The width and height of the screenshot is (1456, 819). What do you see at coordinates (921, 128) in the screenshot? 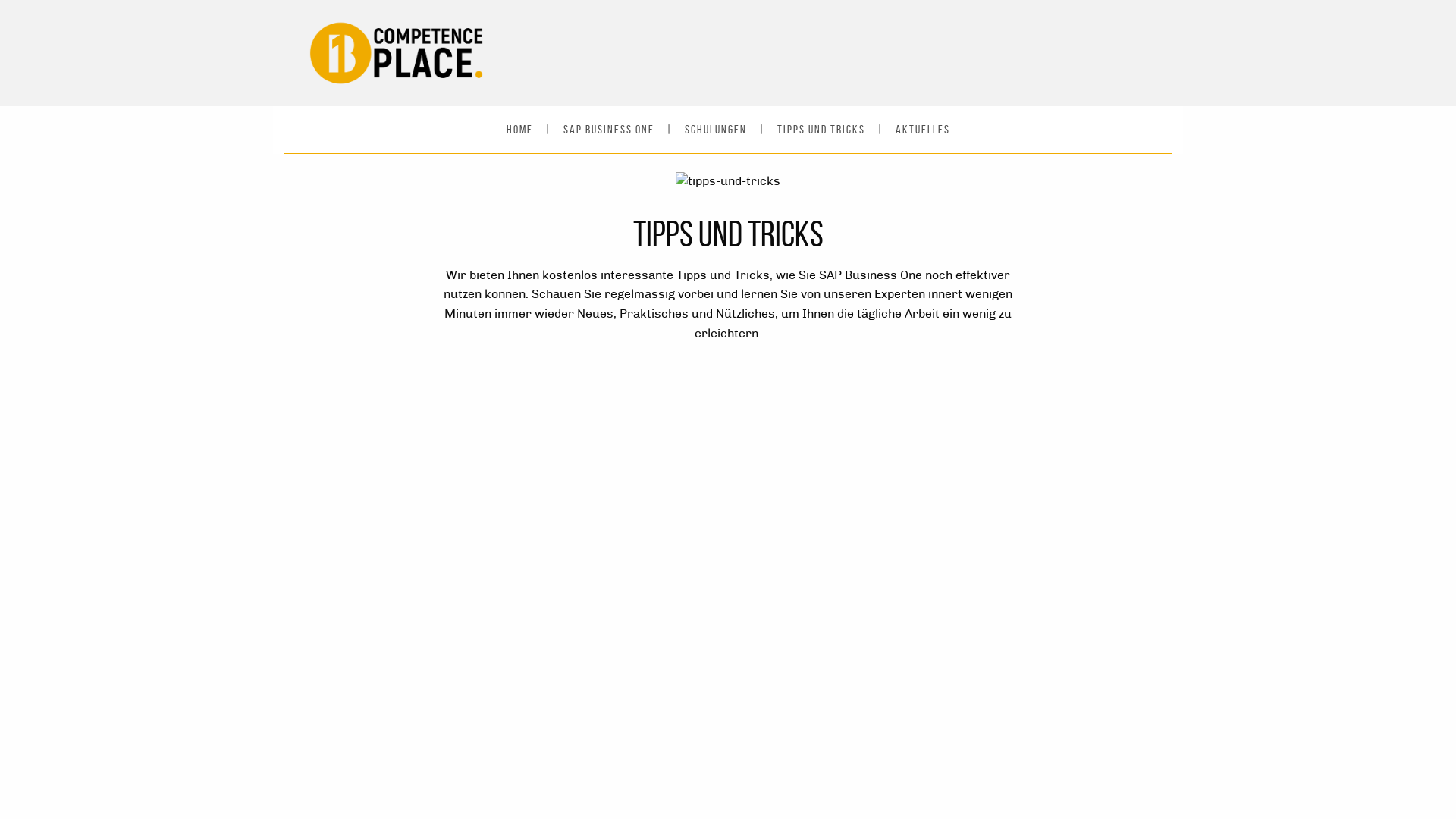
I see `'Aktuelles'` at bounding box center [921, 128].